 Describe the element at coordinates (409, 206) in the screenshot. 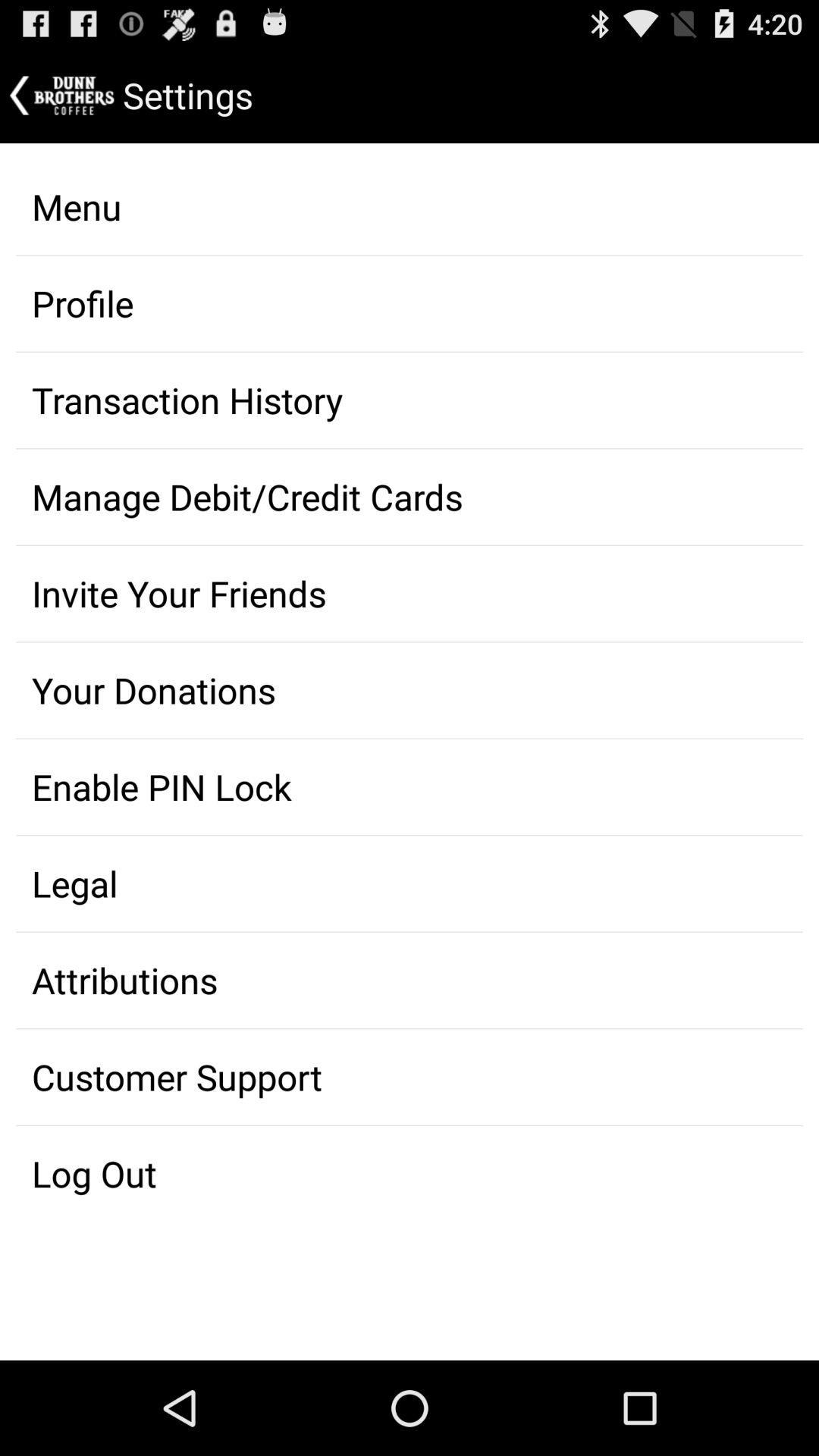

I see `the menu icon` at that location.